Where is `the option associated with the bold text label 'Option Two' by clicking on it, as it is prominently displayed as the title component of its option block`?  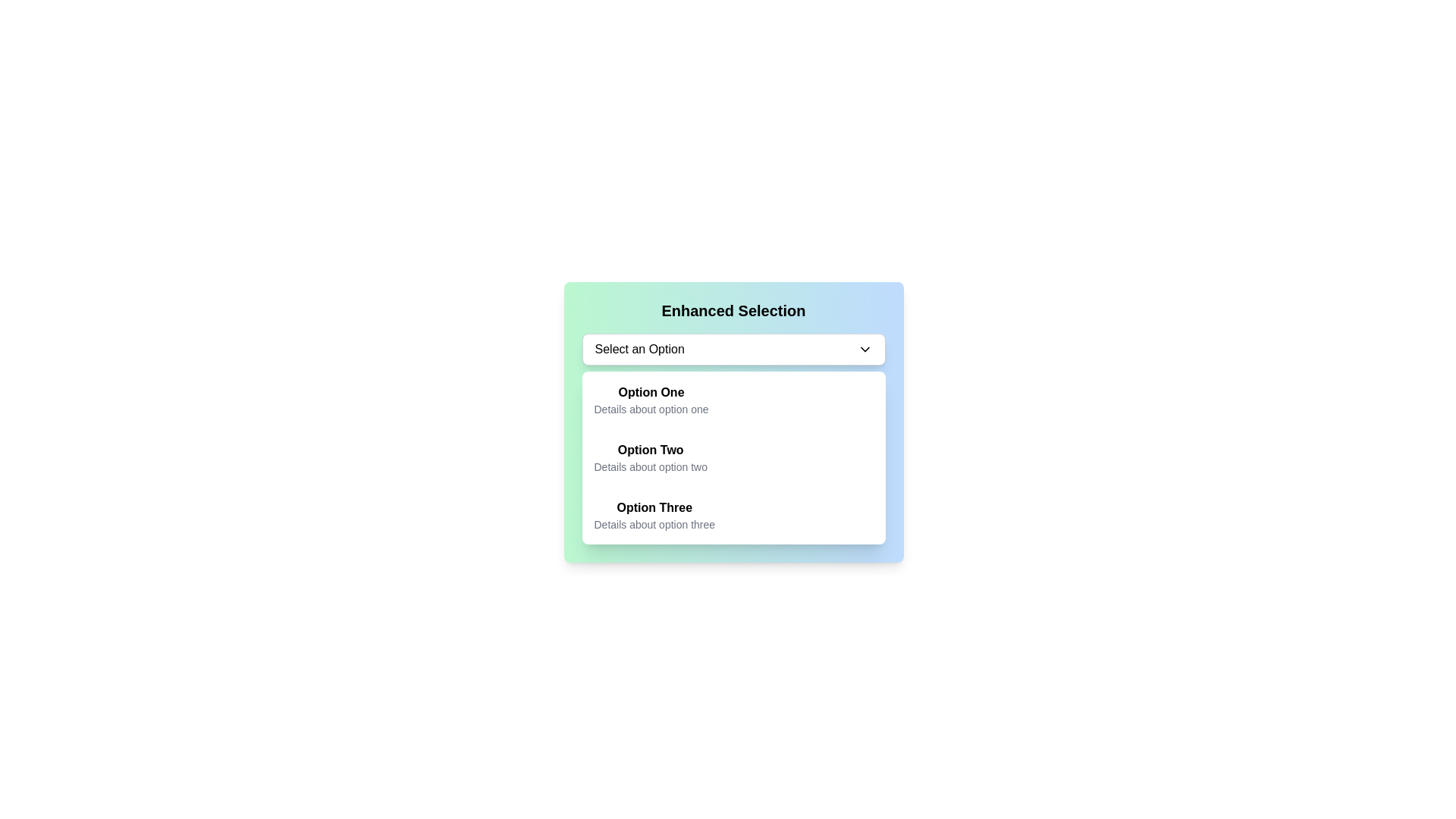 the option associated with the bold text label 'Option Two' by clicking on it, as it is prominently displayed as the title component of its option block is located at coordinates (651, 450).